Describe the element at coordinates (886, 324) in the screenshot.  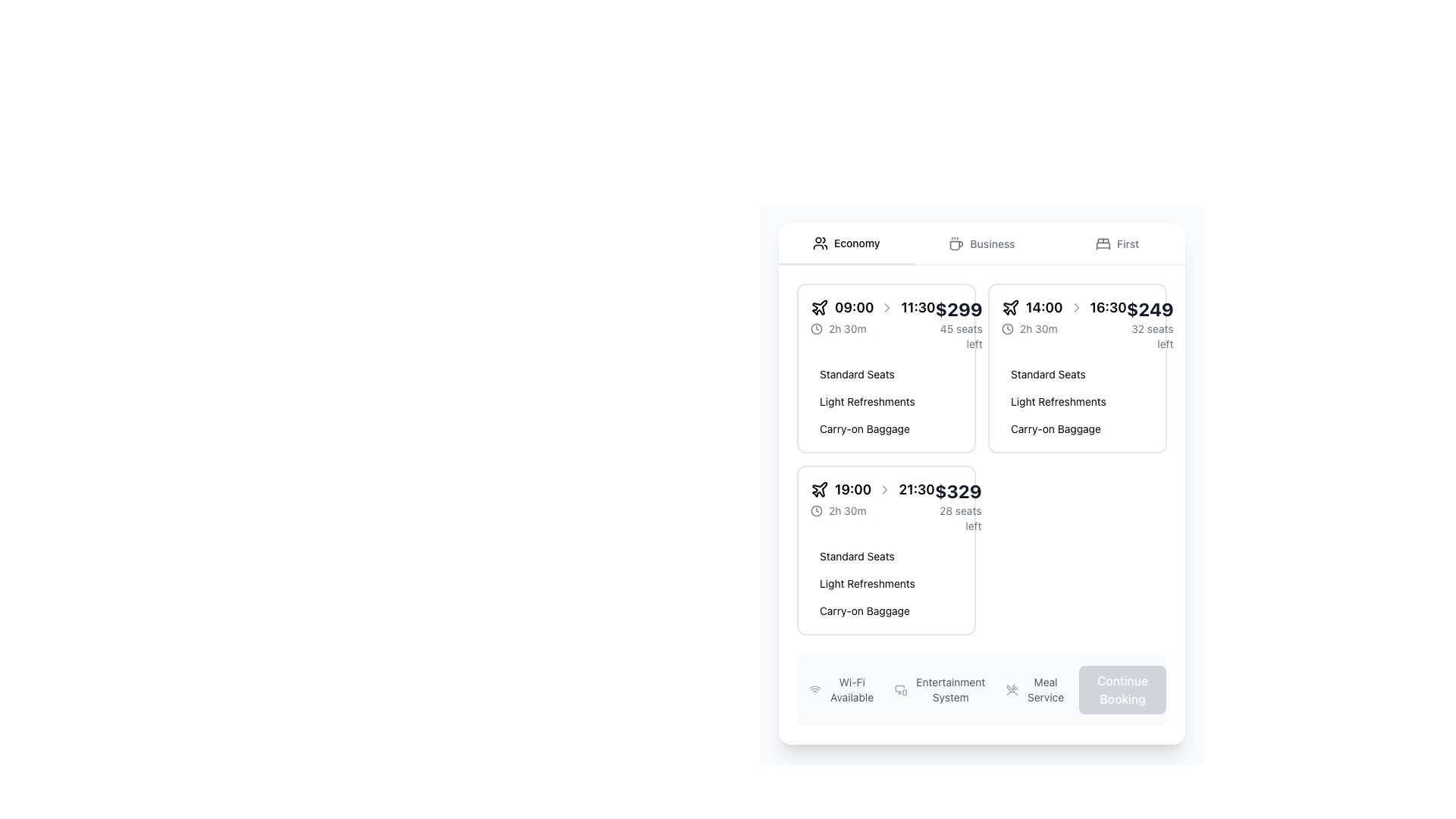
I see `the Informational display box that presents key flight information, located in the top-left corner of the first card in the grid layout` at that location.